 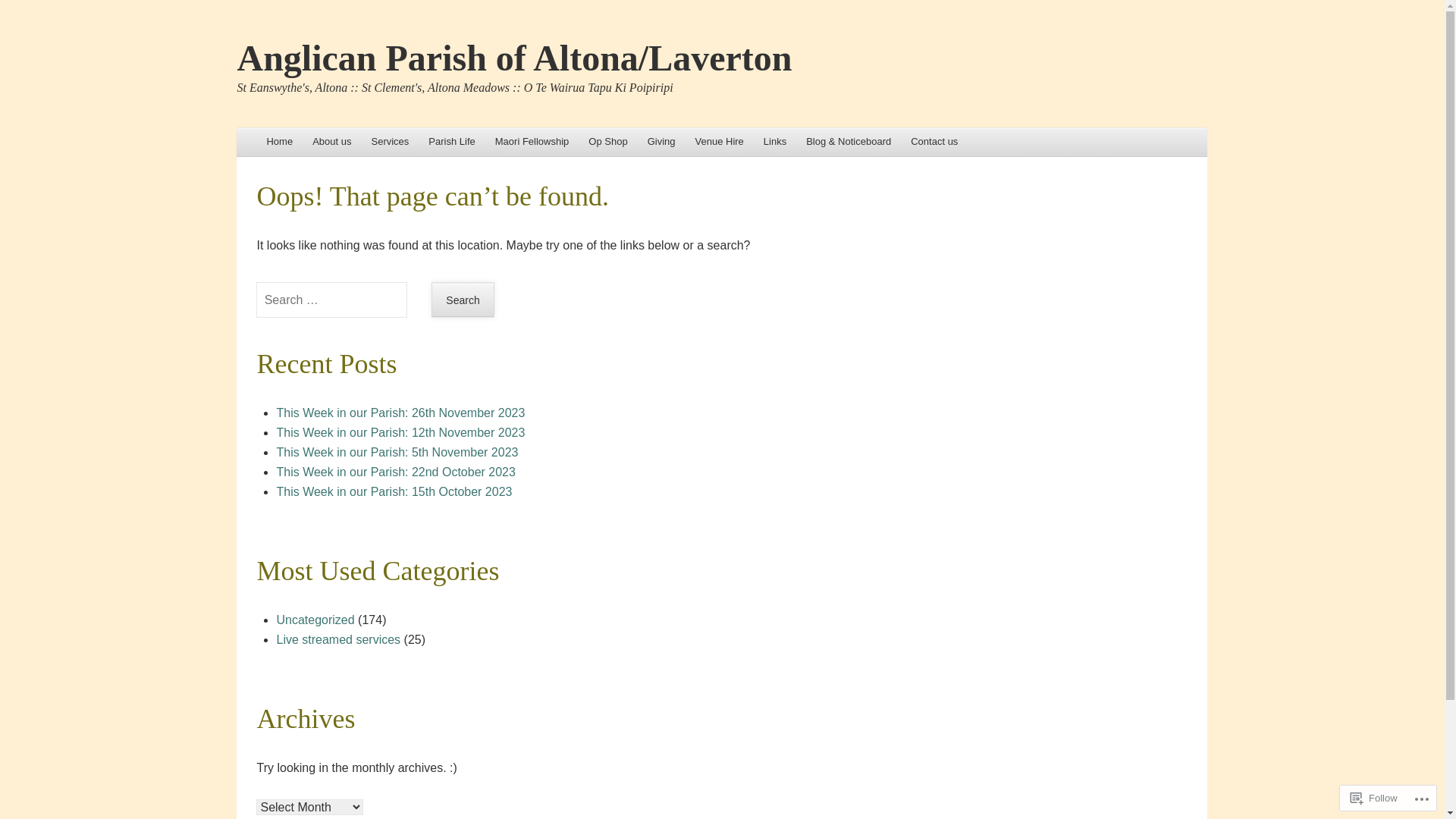 I want to click on 'This Week in our Parish: 12th November 2023', so click(x=400, y=432).